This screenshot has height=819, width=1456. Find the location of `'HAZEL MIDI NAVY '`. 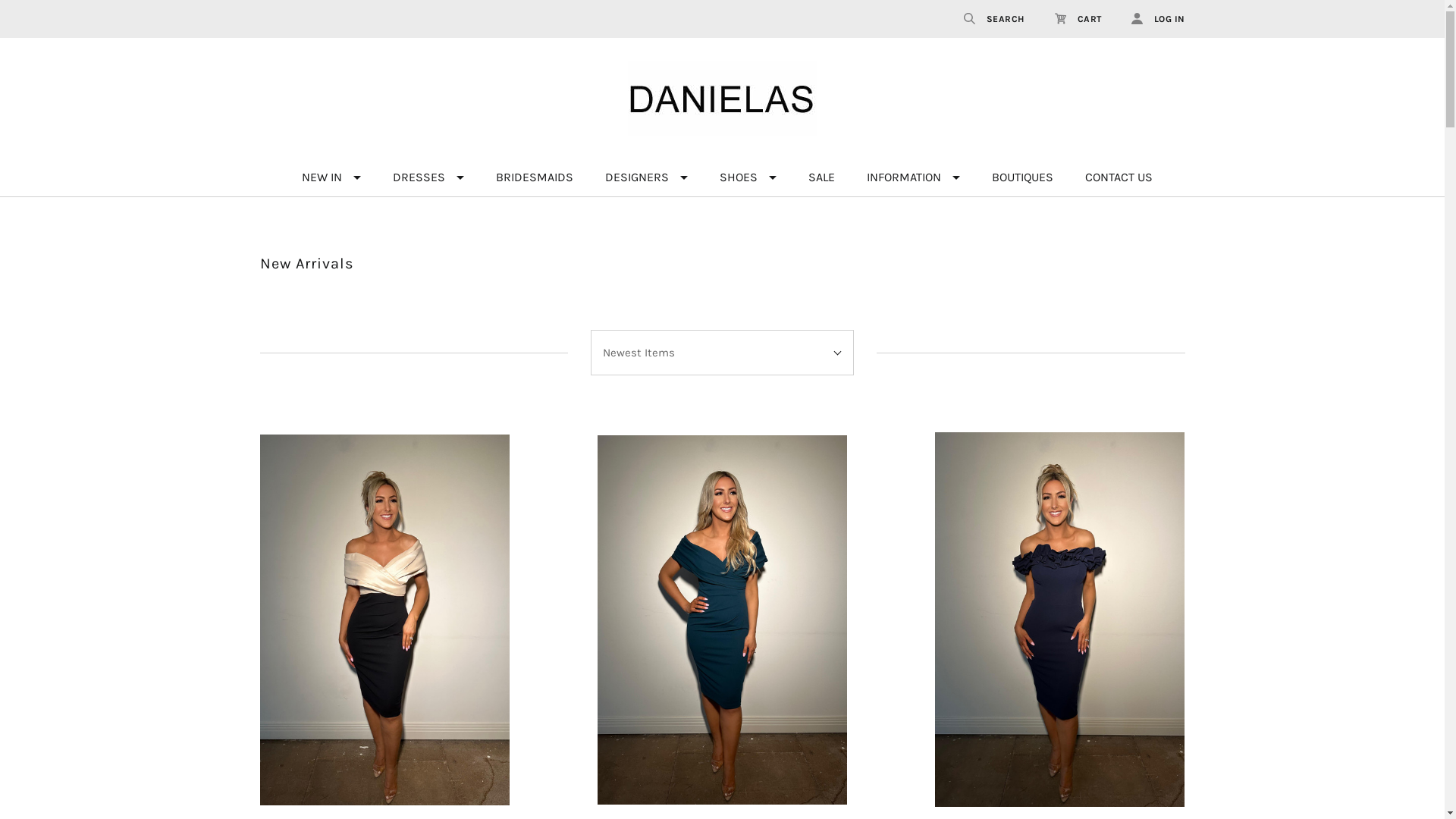

'HAZEL MIDI NAVY ' is located at coordinates (1058, 620).